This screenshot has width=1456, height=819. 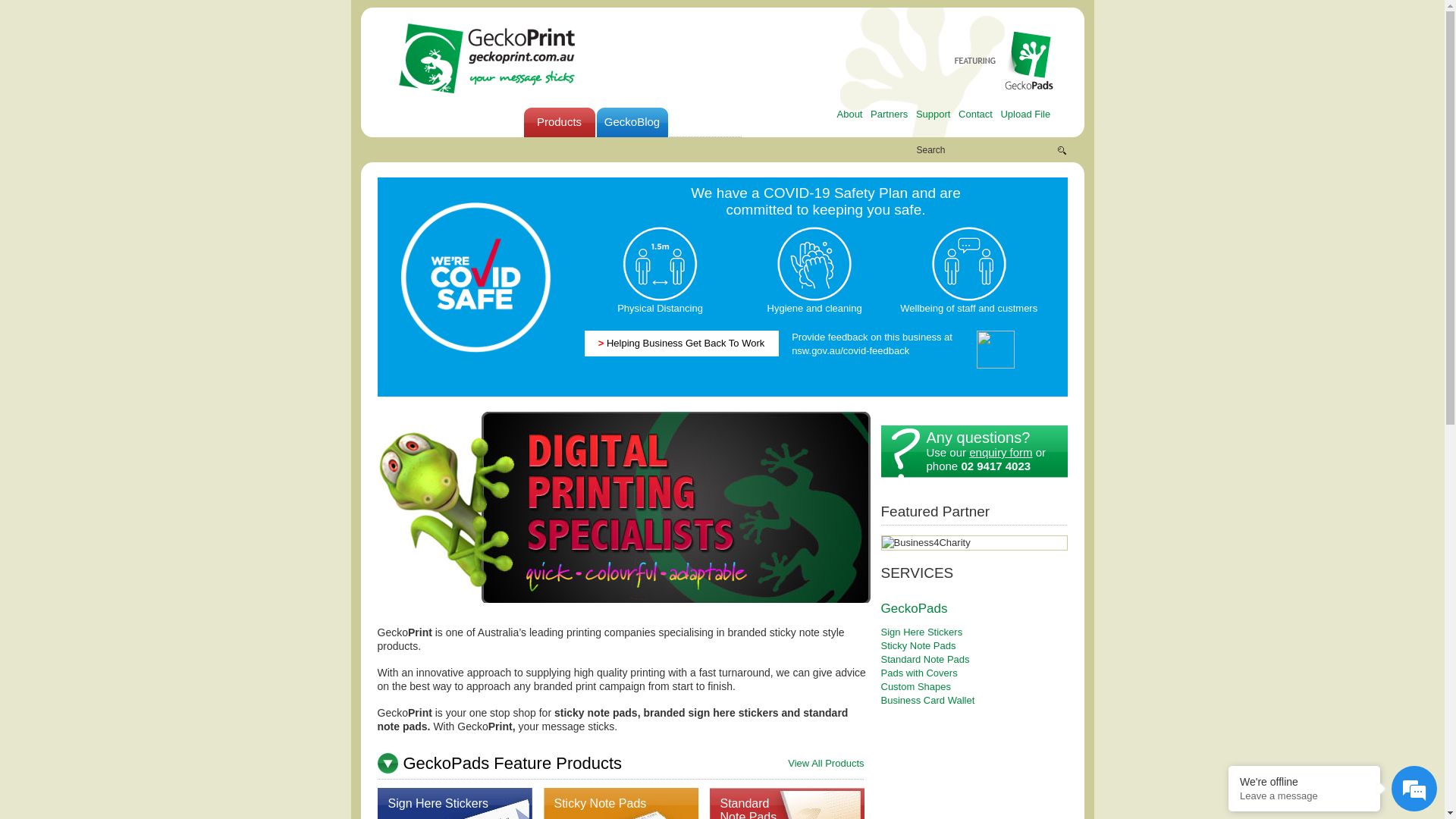 I want to click on 'GeckoBlog', so click(x=632, y=121).